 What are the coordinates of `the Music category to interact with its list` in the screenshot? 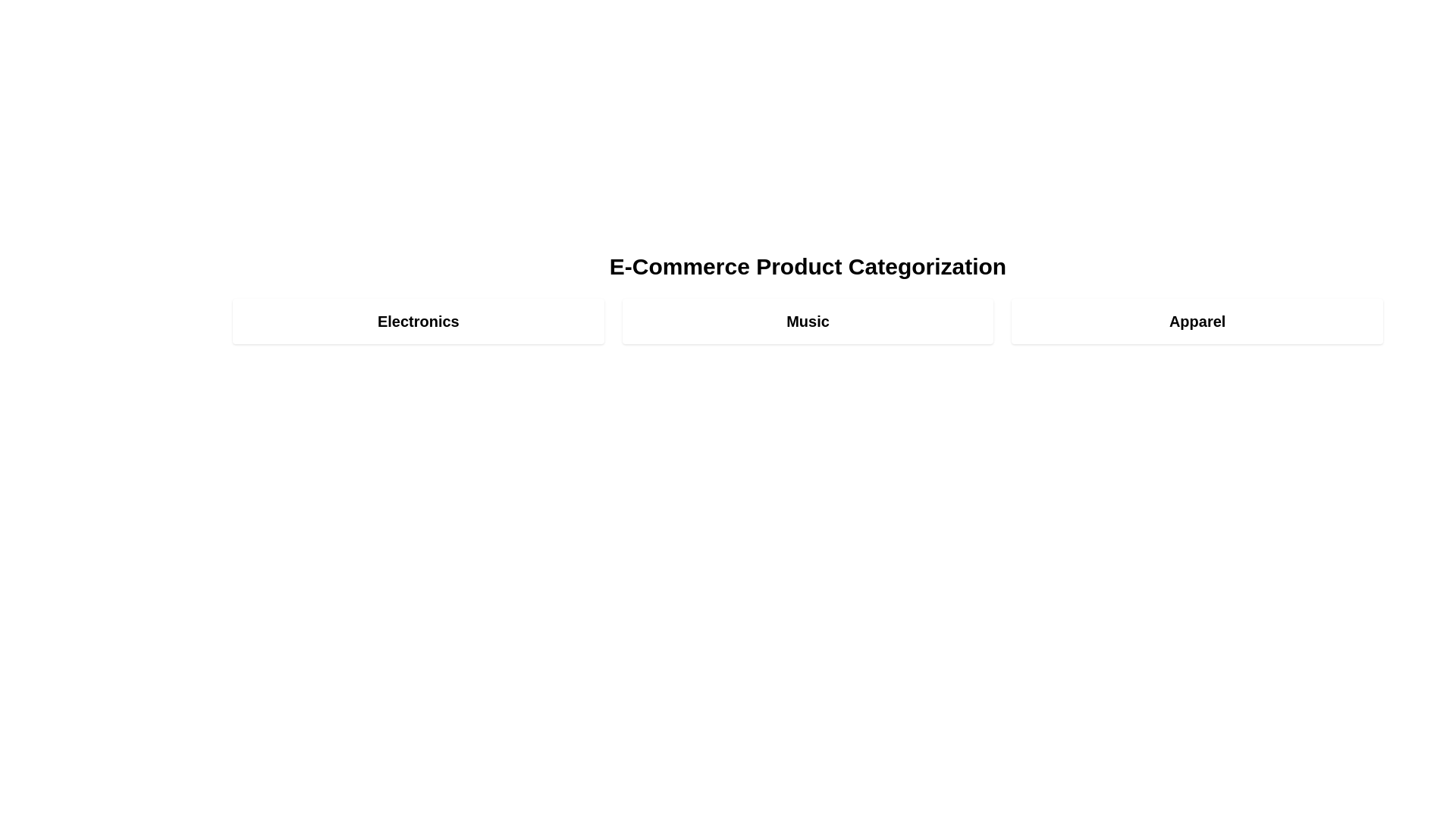 It's located at (807, 321).